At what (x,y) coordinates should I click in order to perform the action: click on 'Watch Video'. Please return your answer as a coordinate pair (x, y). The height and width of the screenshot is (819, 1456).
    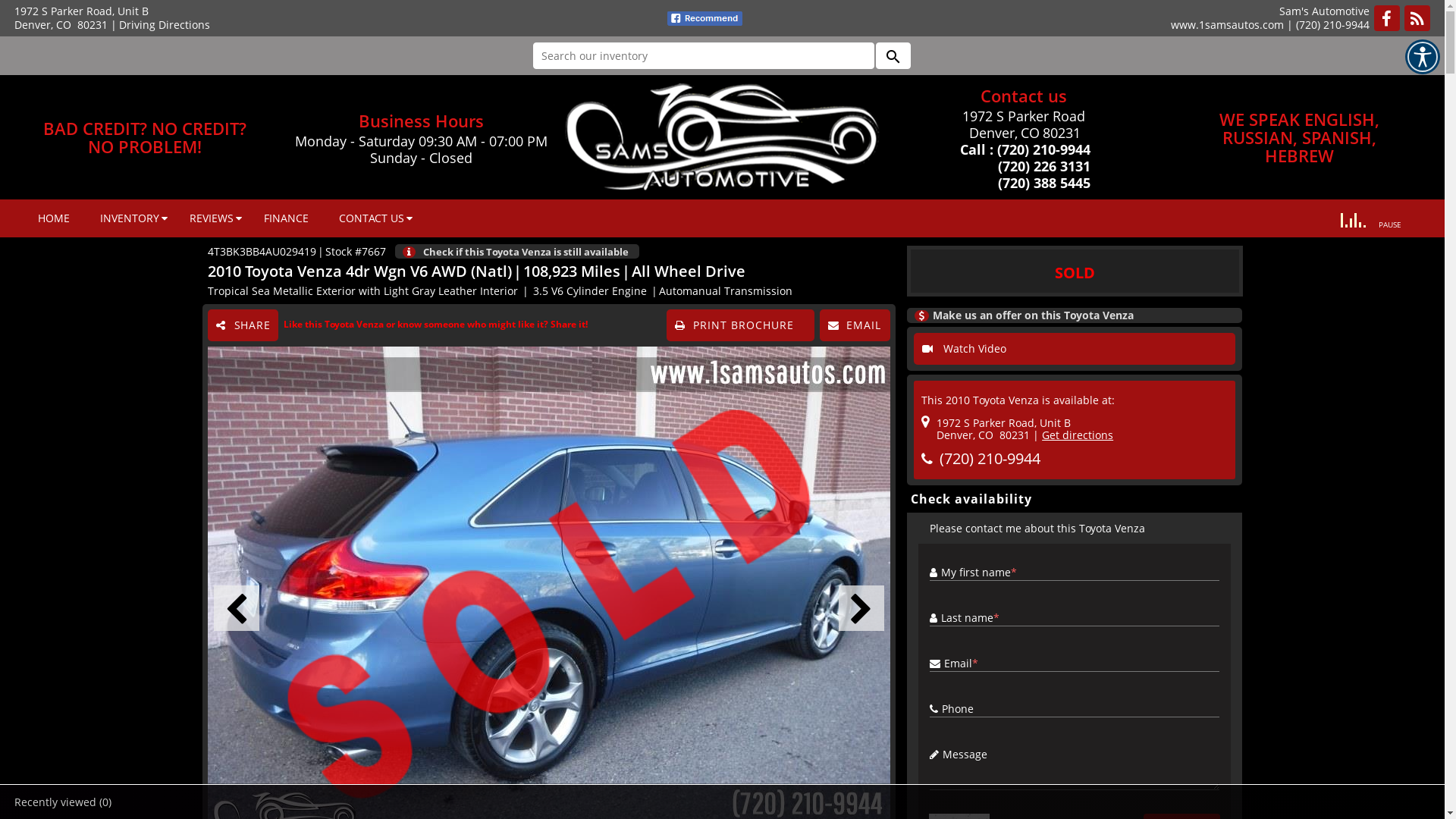
    Looking at the image, I should click on (1073, 348).